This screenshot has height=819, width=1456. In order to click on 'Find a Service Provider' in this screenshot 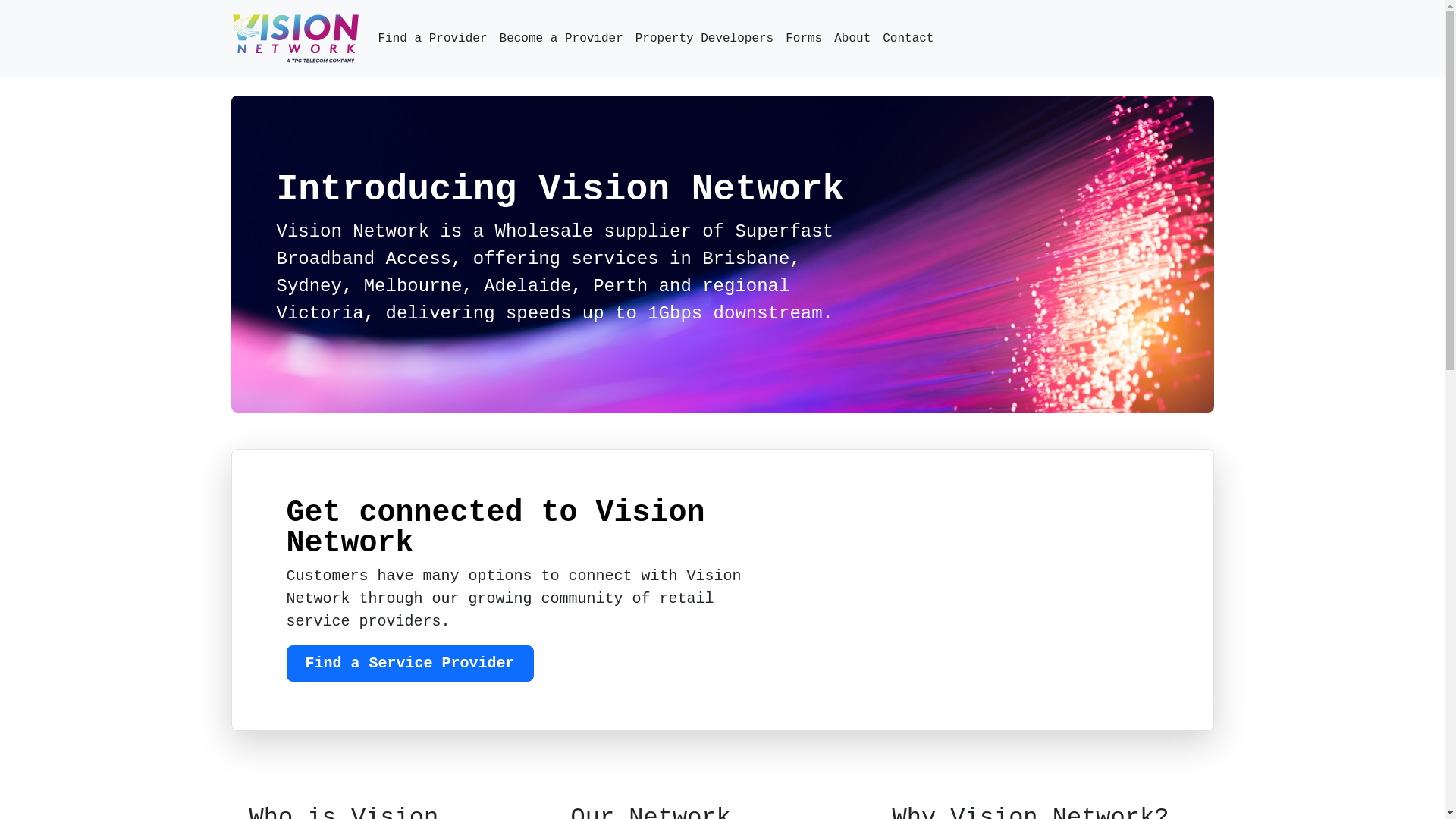, I will do `click(410, 663)`.